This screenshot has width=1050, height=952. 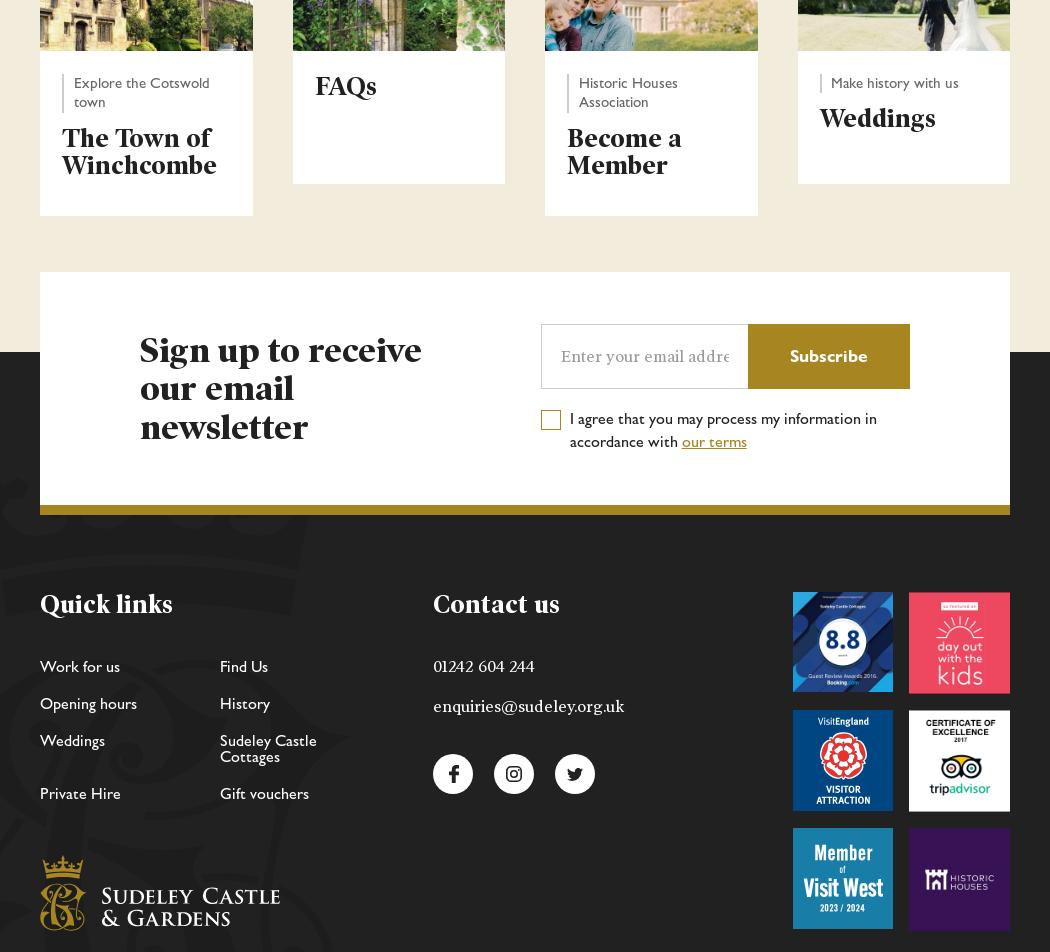 What do you see at coordinates (80, 666) in the screenshot?
I see `'Work for us'` at bounding box center [80, 666].